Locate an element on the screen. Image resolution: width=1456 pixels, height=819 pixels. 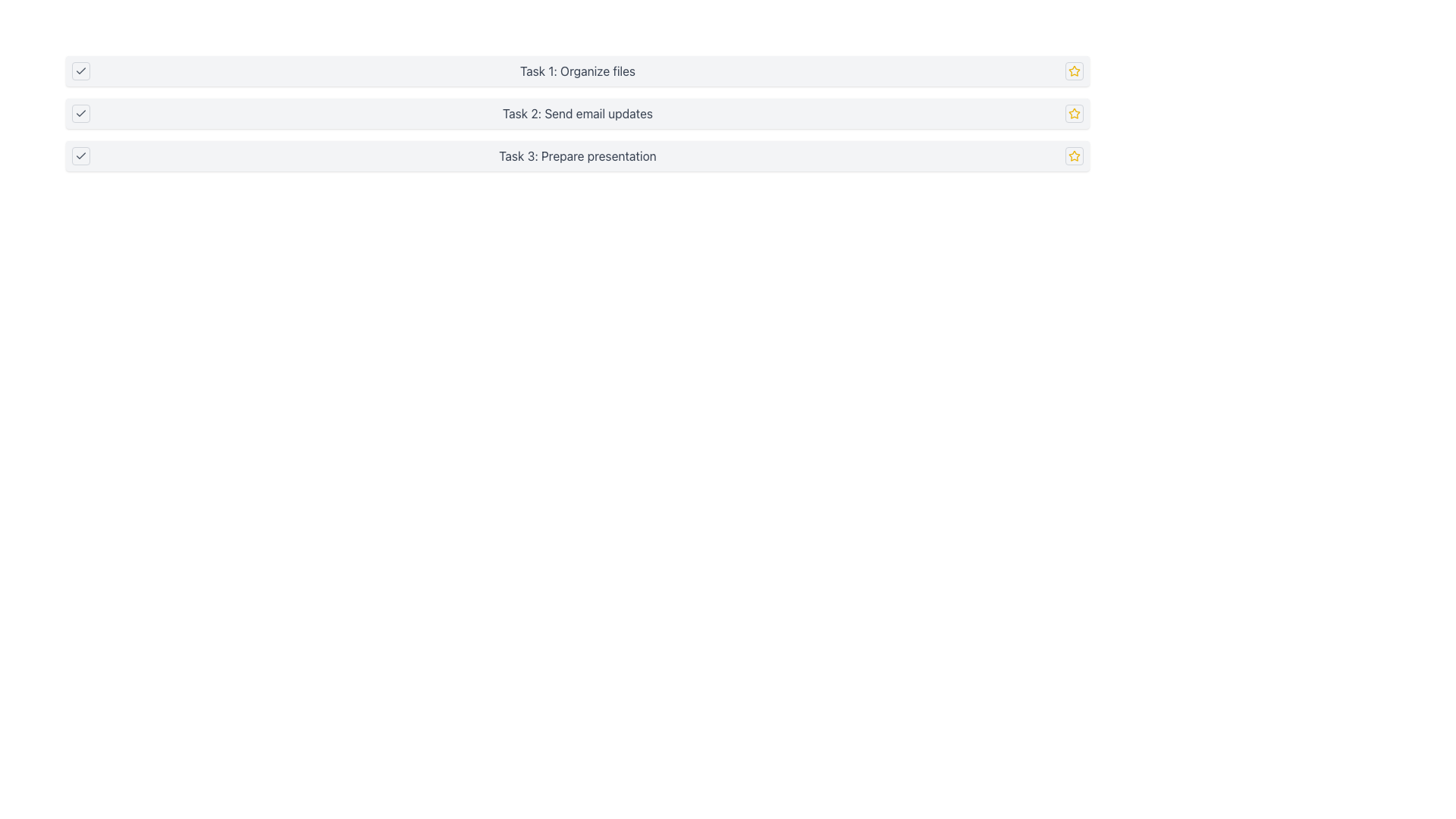
the checkbox for 'Task 1: Organize files' is located at coordinates (80, 71).